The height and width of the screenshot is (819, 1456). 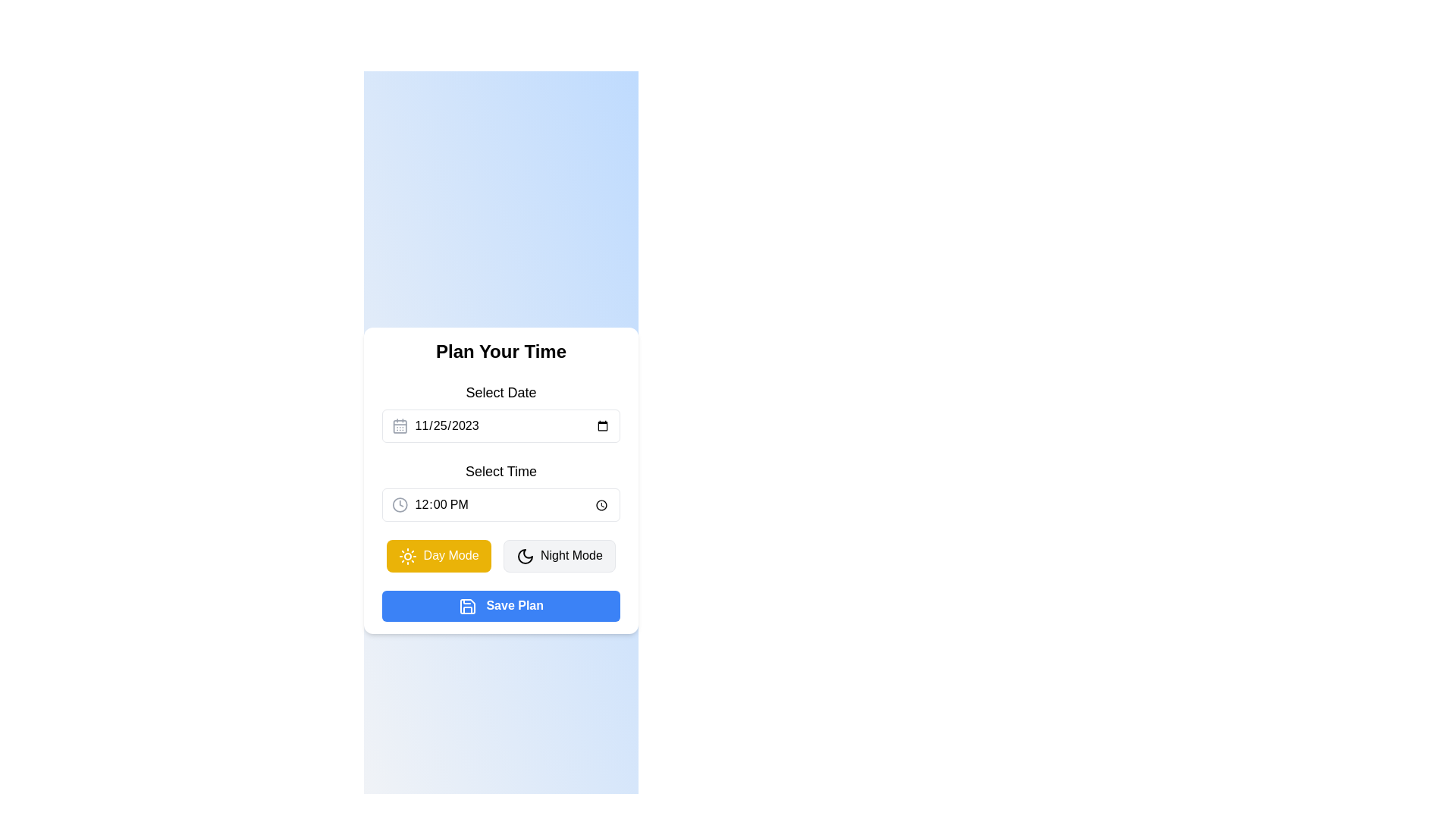 What do you see at coordinates (525, 556) in the screenshot?
I see `the crescent moon icon located to the left of the 'Night Mode' text` at bounding box center [525, 556].